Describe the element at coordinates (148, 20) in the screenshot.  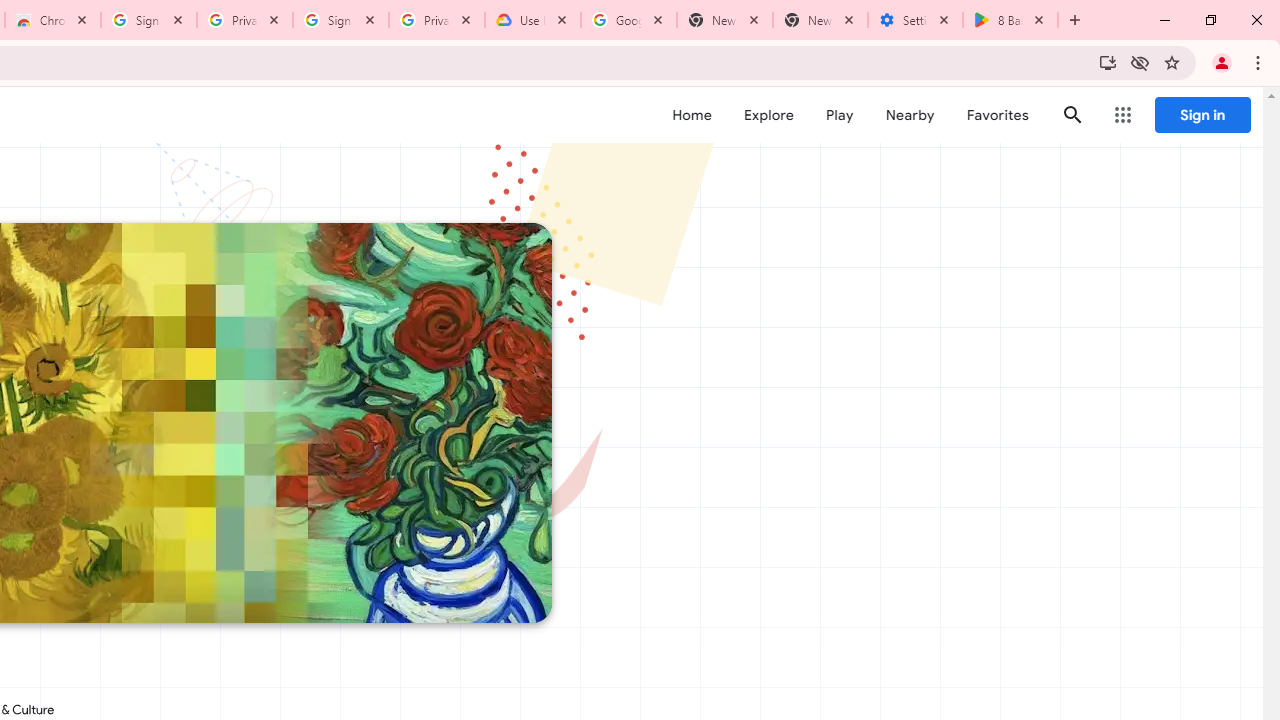
I see `'Sign in - Google Accounts'` at that location.